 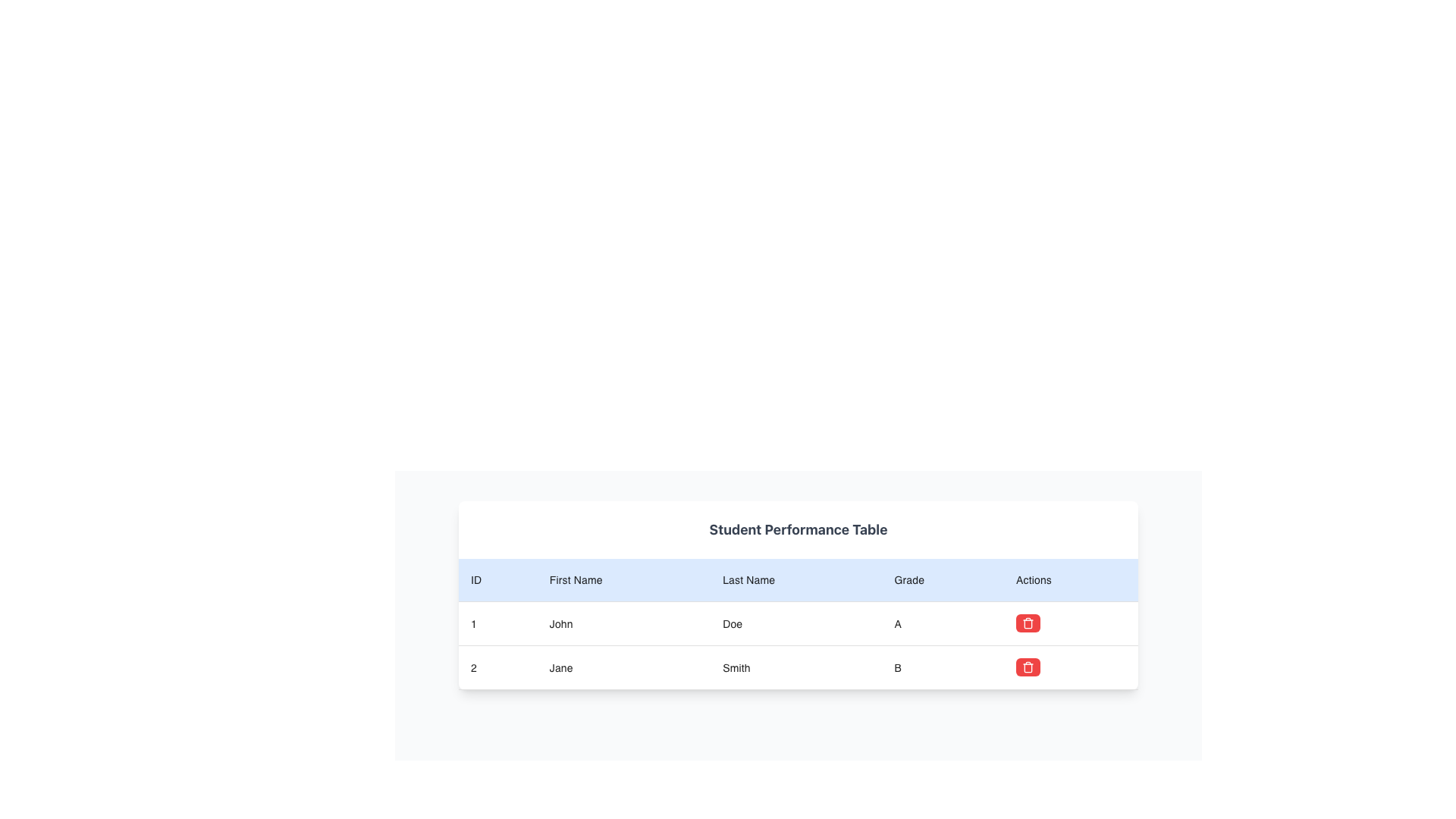 I want to click on the table cell displaying the first name 'John' in the performance table, which is the second cell in the first row, located in the 'First Name' column, so click(x=623, y=623).